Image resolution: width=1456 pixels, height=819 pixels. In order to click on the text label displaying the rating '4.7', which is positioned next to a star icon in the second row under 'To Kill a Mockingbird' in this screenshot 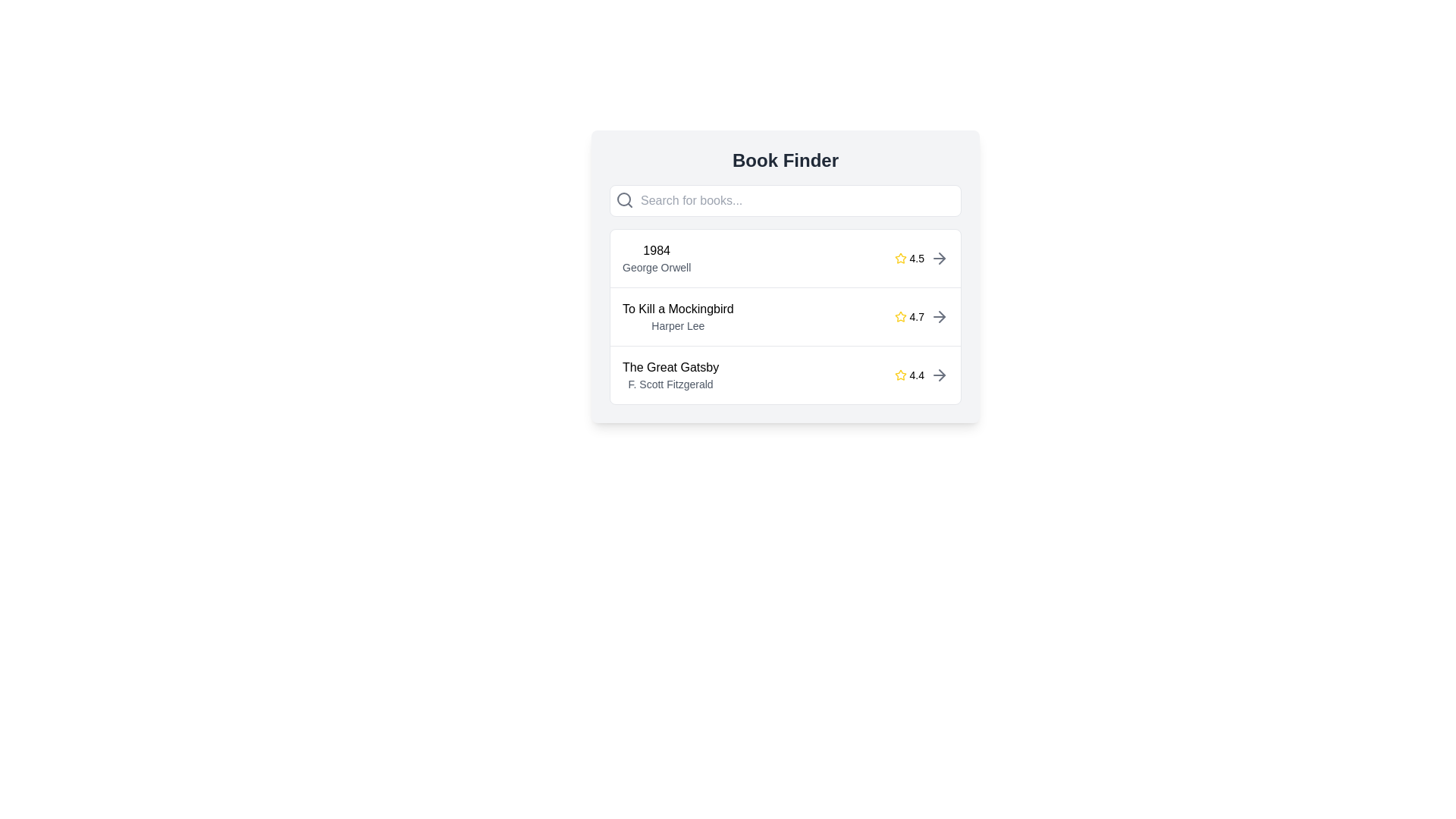, I will do `click(916, 315)`.